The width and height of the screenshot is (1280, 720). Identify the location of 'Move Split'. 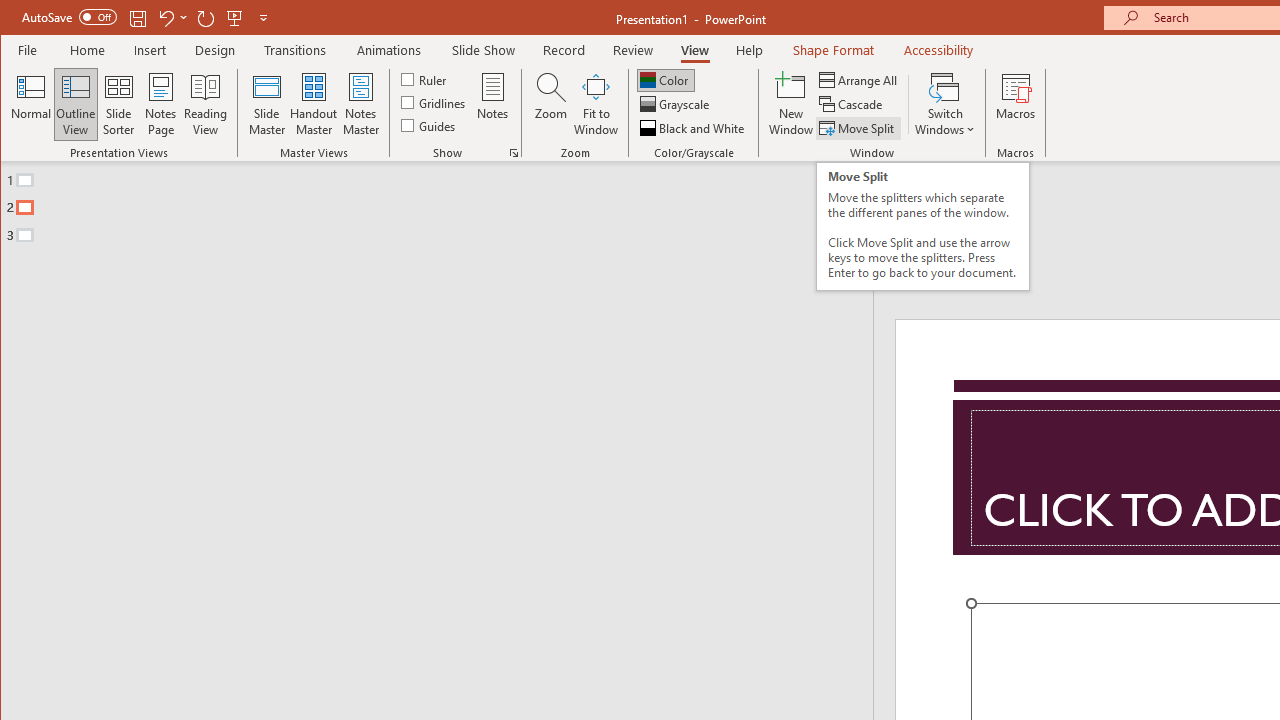
(858, 128).